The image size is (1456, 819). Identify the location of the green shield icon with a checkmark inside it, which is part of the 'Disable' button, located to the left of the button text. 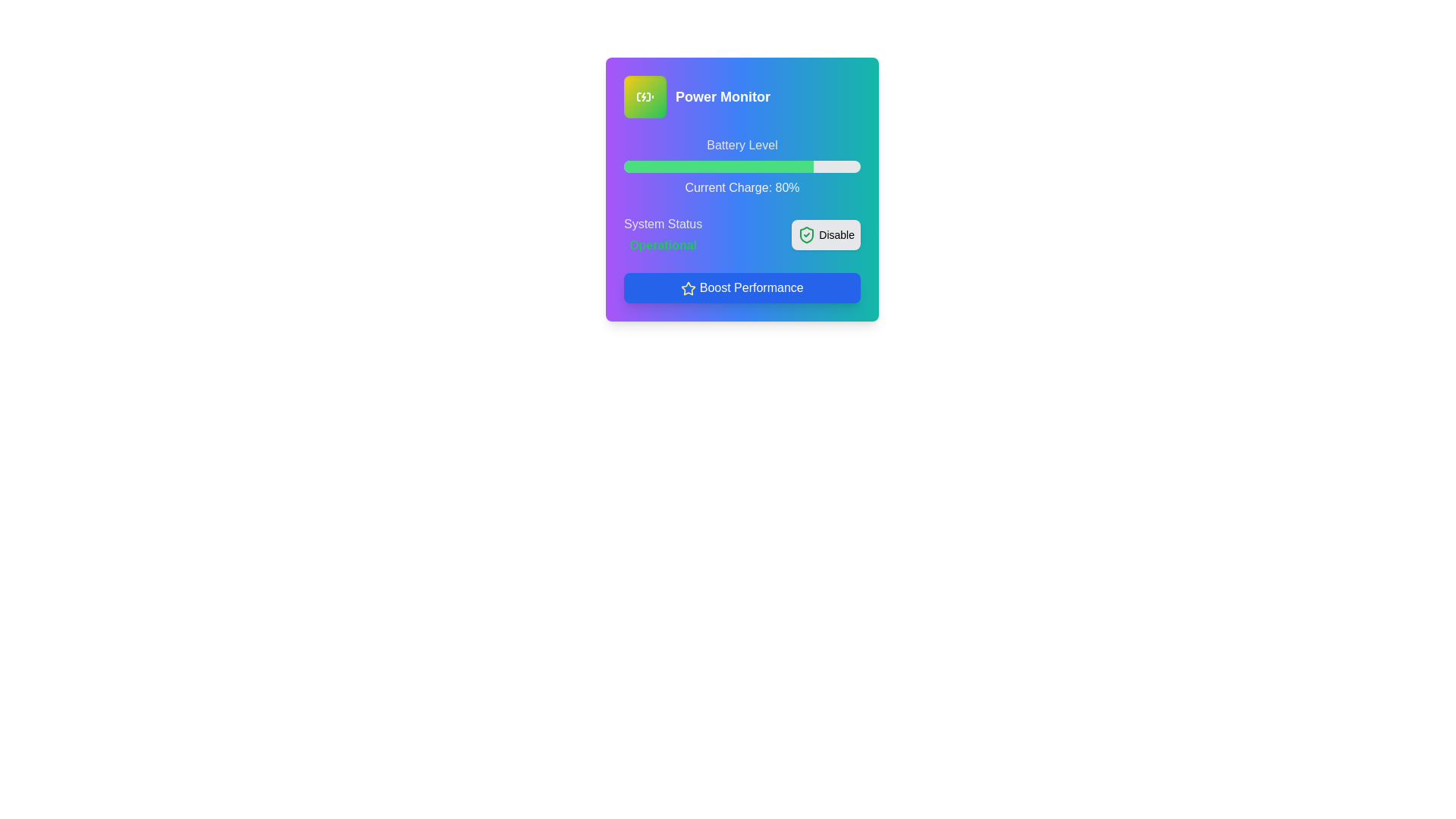
(806, 234).